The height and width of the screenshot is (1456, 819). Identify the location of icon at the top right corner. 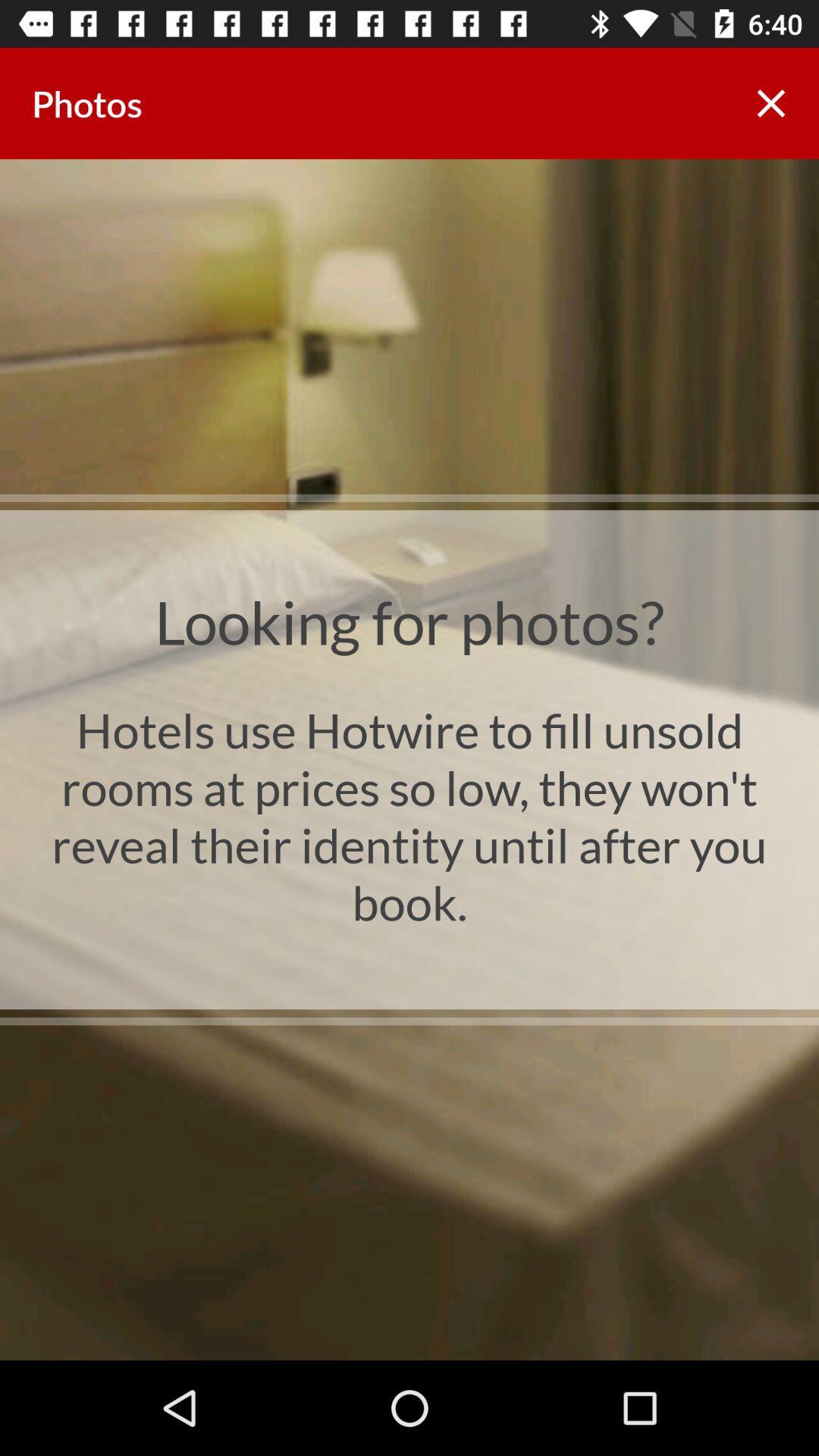
(771, 102).